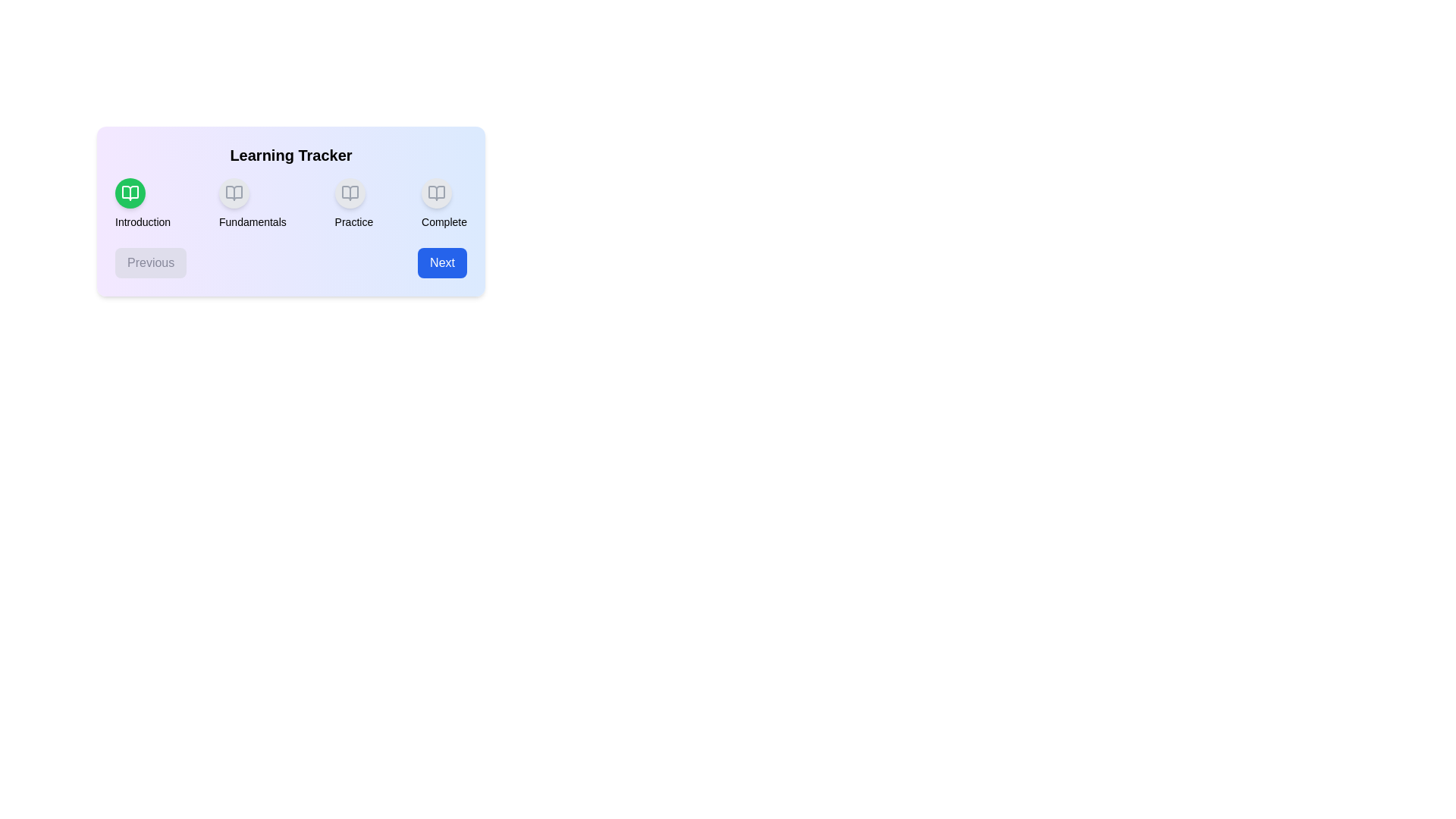  Describe the element at coordinates (143, 222) in the screenshot. I see `the 'Introduction' text label, which identifies the corresponding section in the learning tracker widget and is positioned below a green circular icon with a white book illustration` at that location.